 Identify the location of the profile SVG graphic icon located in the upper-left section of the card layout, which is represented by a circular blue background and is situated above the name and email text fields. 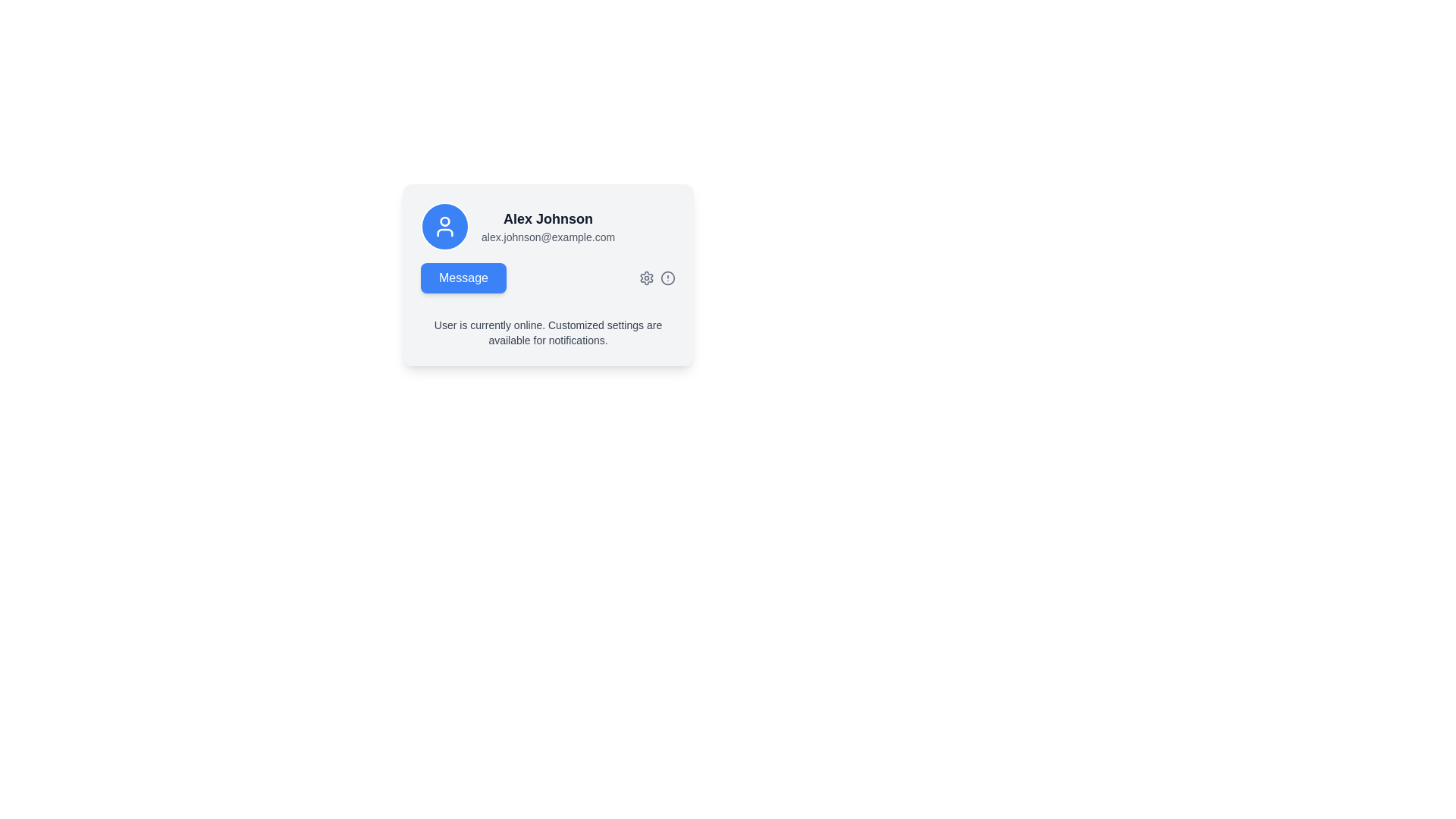
(444, 227).